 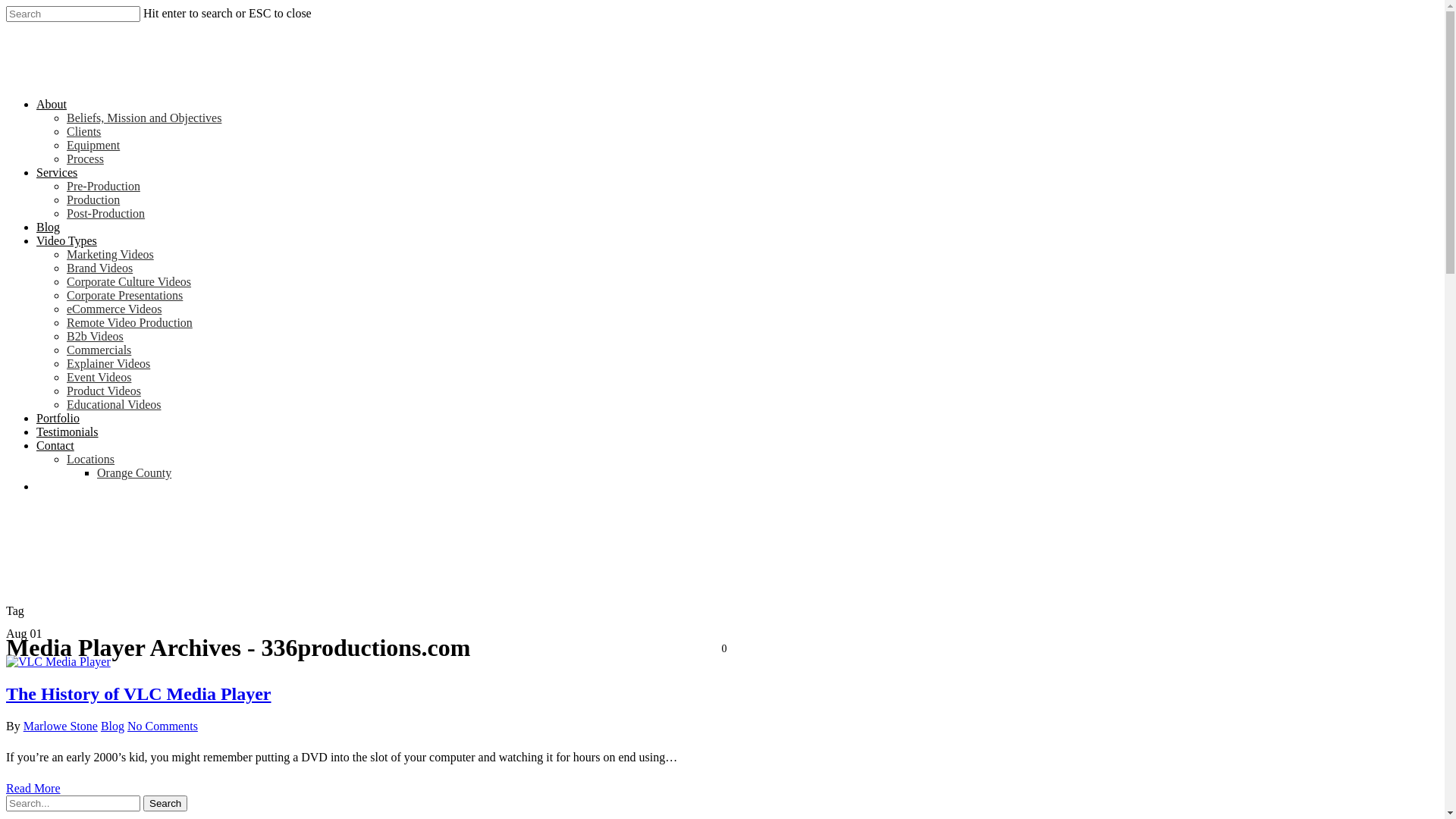 What do you see at coordinates (130, 322) in the screenshot?
I see `'Remote Video Production'` at bounding box center [130, 322].